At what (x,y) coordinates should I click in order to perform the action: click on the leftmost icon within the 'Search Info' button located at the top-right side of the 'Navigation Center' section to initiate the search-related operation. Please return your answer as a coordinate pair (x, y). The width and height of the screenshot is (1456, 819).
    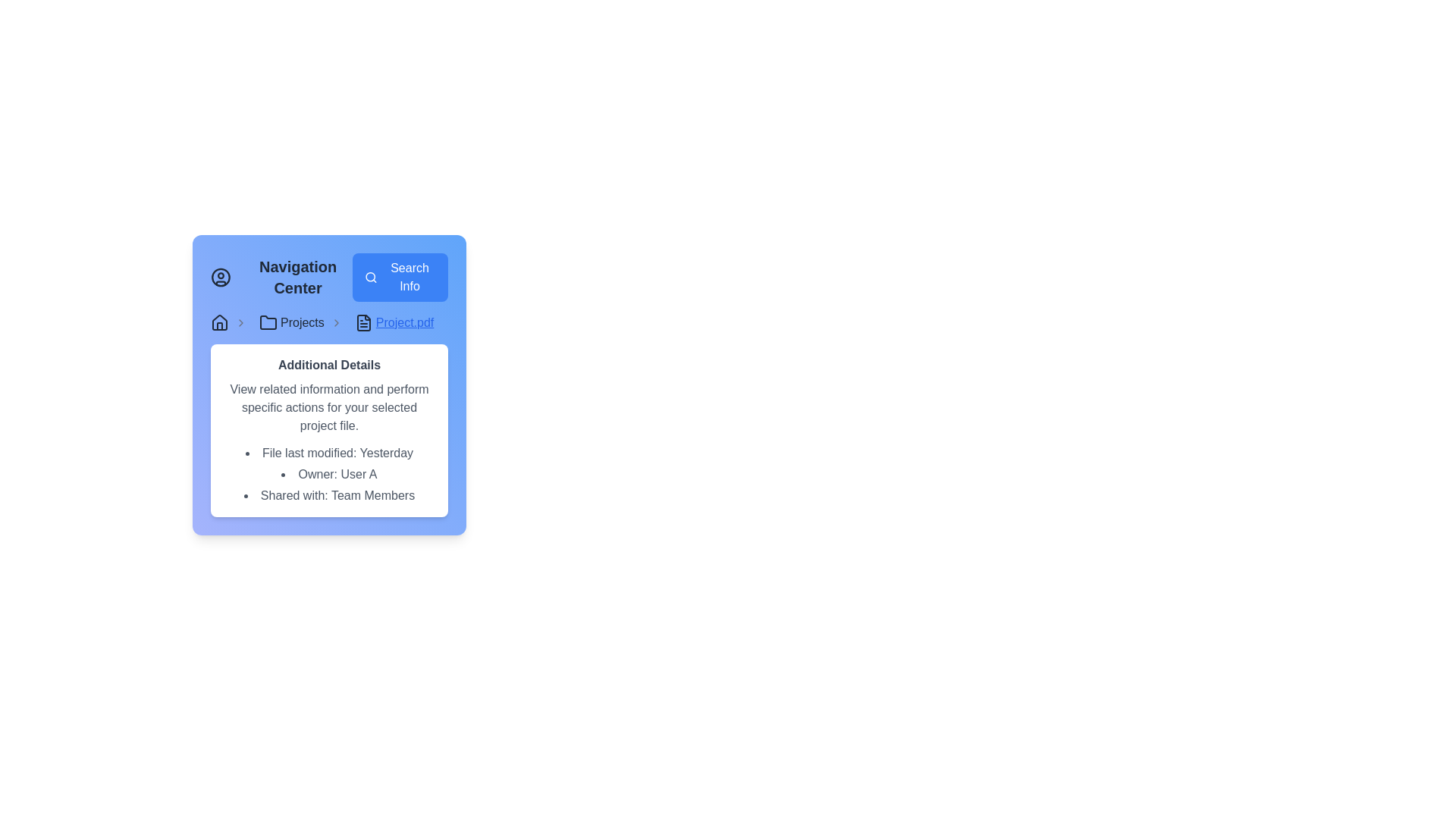
    Looking at the image, I should click on (371, 278).